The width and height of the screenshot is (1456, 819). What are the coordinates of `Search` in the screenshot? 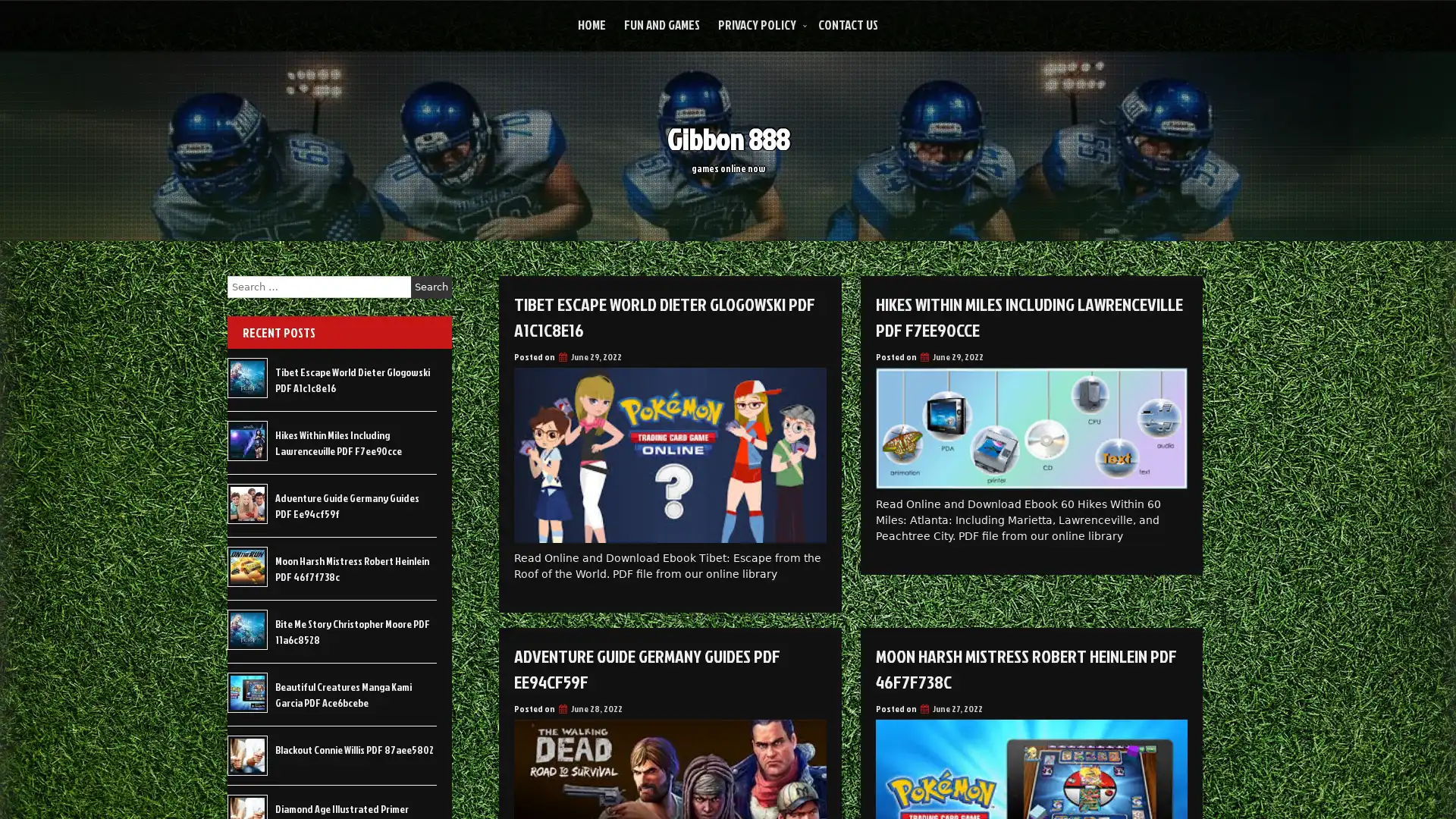 It's located at (431, 287).